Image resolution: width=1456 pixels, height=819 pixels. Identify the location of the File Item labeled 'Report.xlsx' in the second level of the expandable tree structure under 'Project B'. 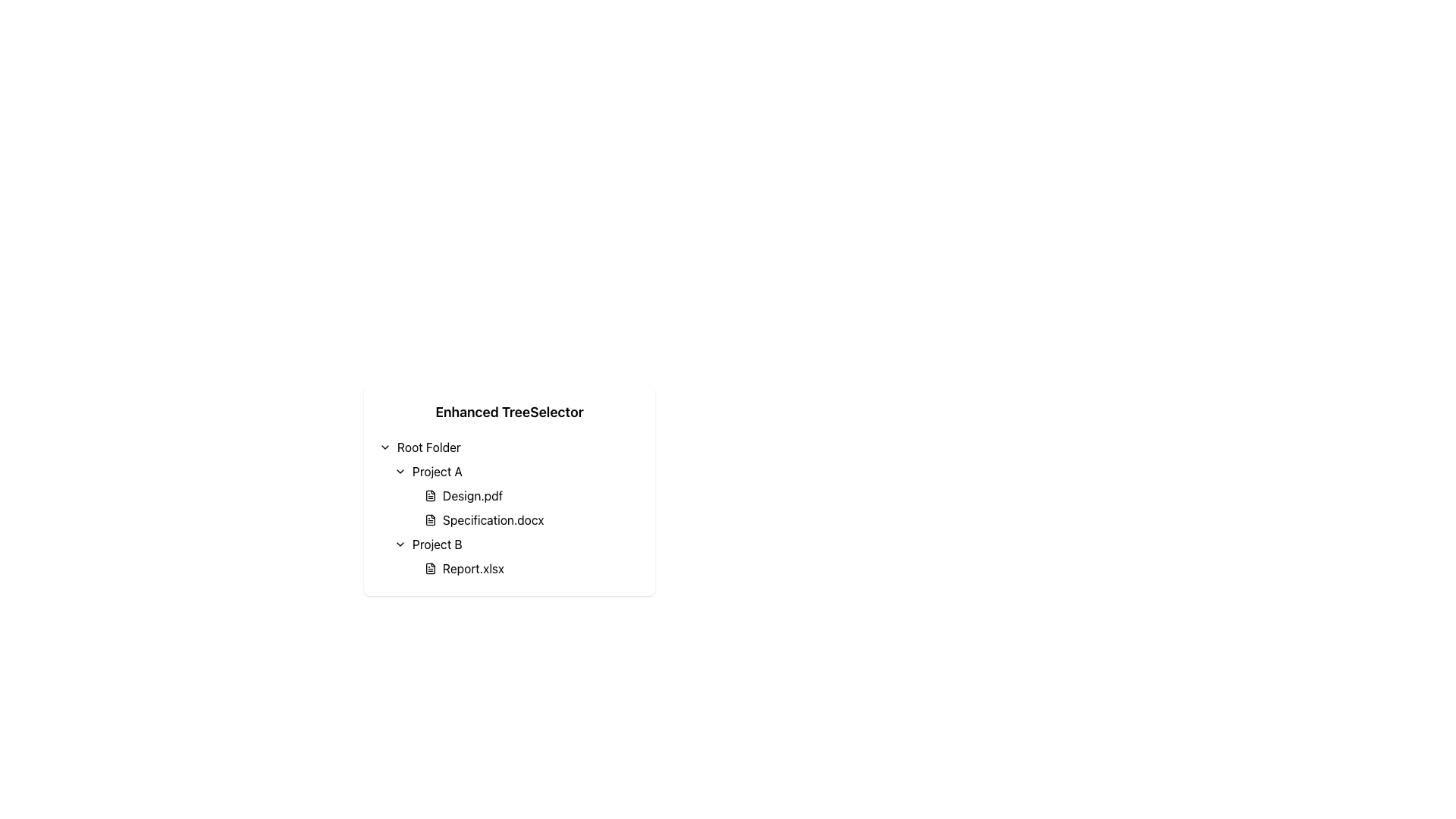
(532, 568).